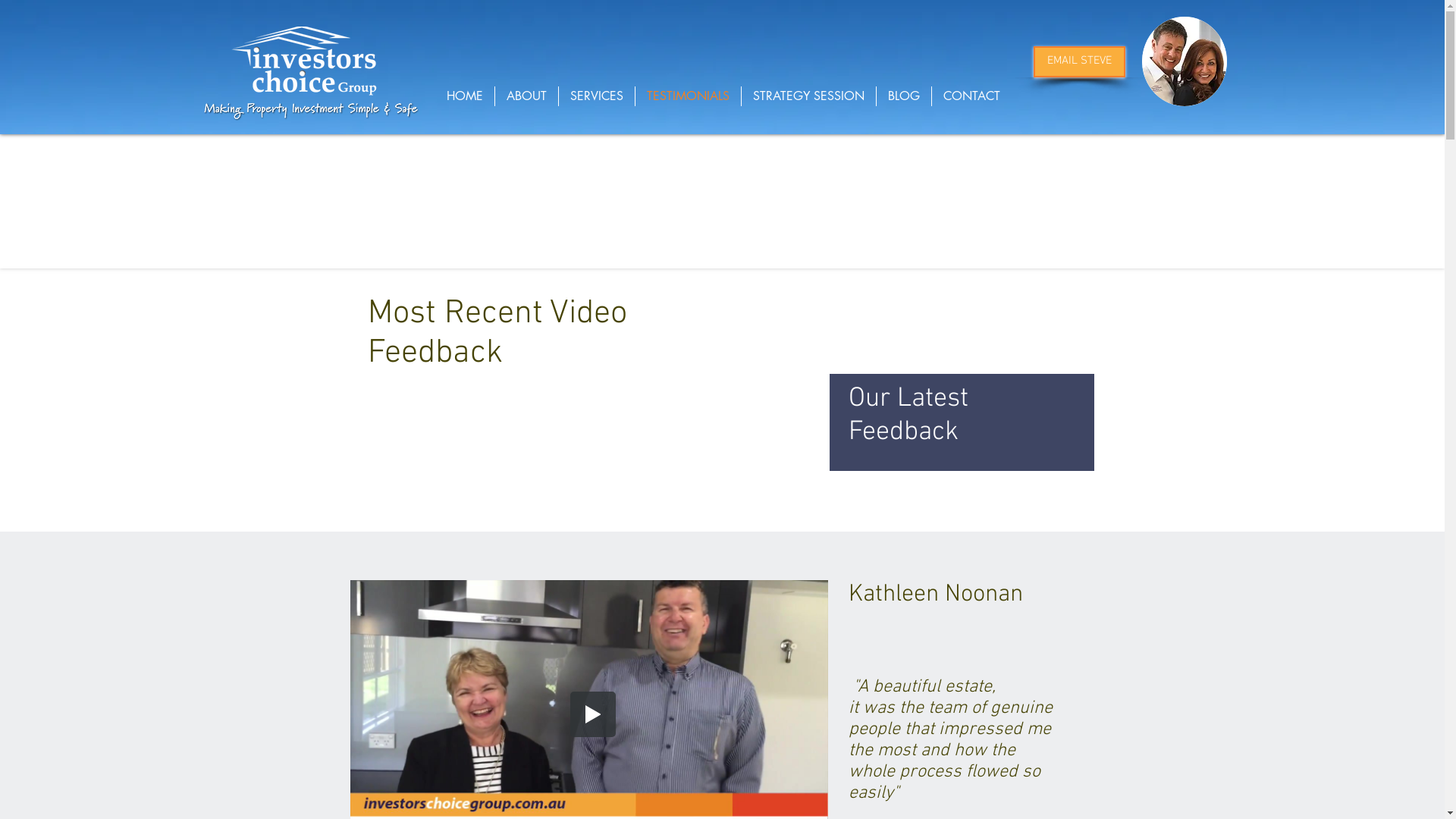 This screenshot has height=819, width=1456. I want to click on 'ABOUT', so click(494, 96).